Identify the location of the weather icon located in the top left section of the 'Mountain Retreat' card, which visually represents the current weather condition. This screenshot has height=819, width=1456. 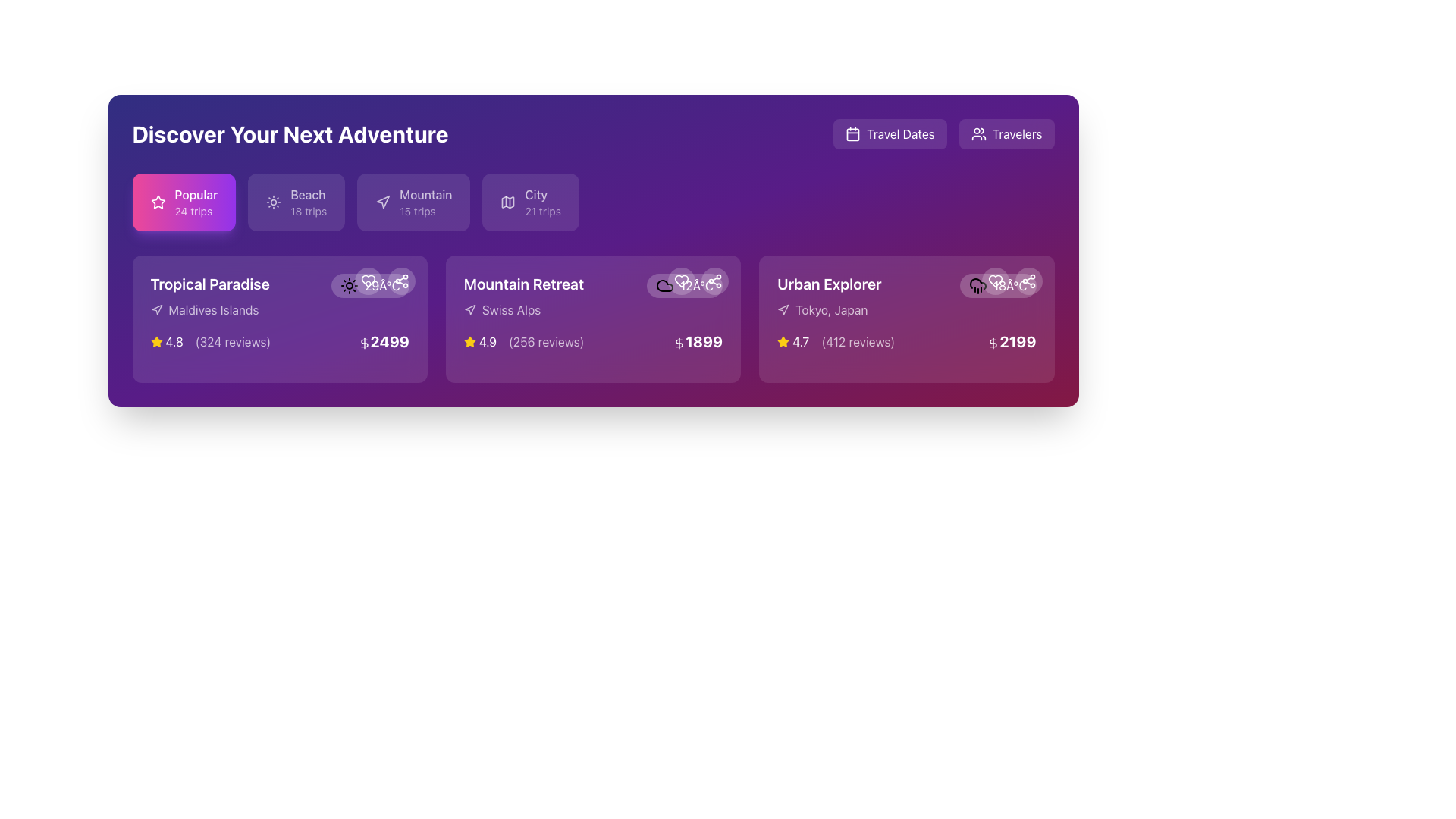
(665, 286).